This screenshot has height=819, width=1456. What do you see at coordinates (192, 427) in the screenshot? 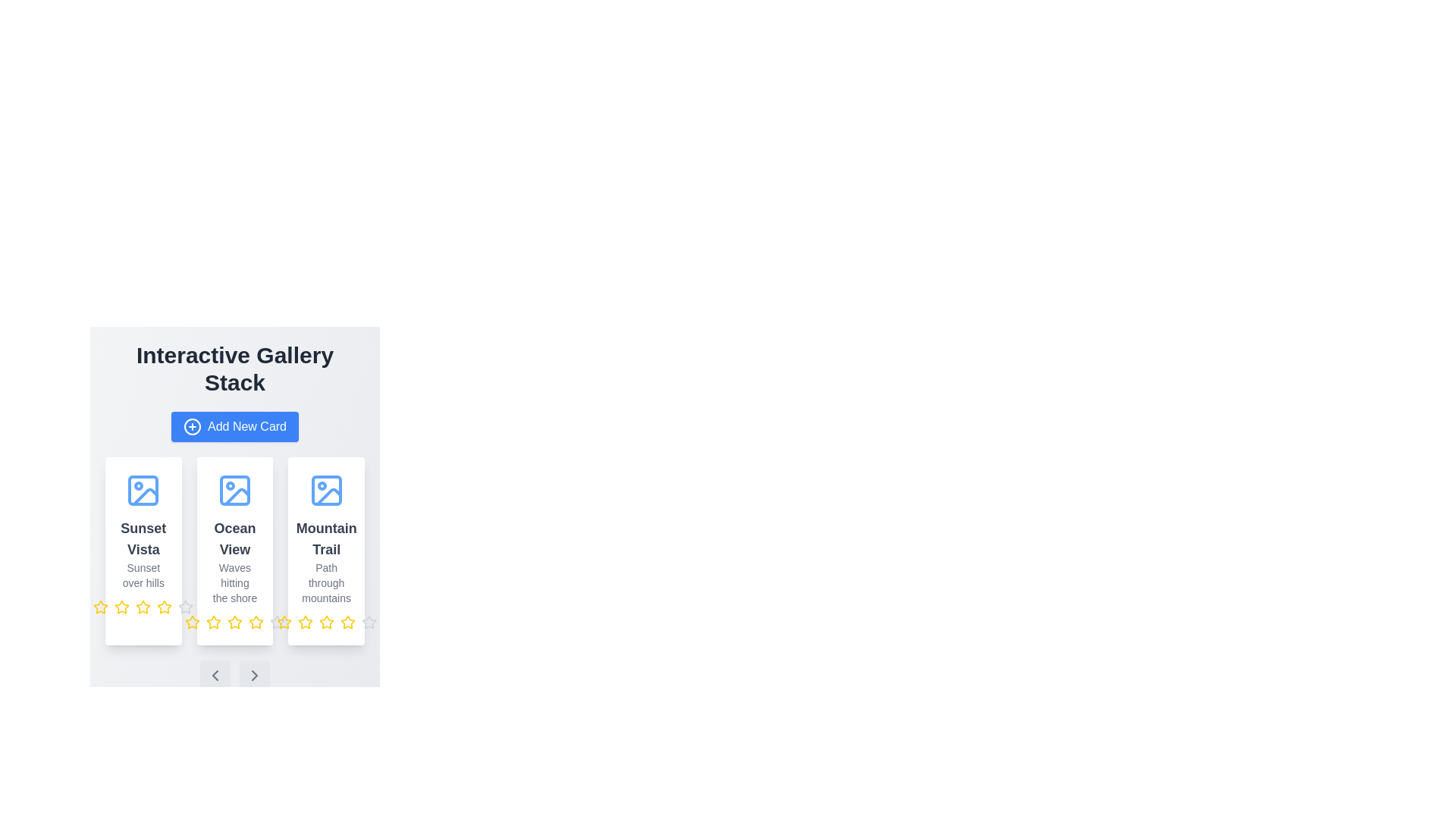
I see `the 'Add' icon located within the blue button labeled 'Add New Card', which is positioned under the title 'Interactive Gallery Stack'` at bounding box center [192, 427].